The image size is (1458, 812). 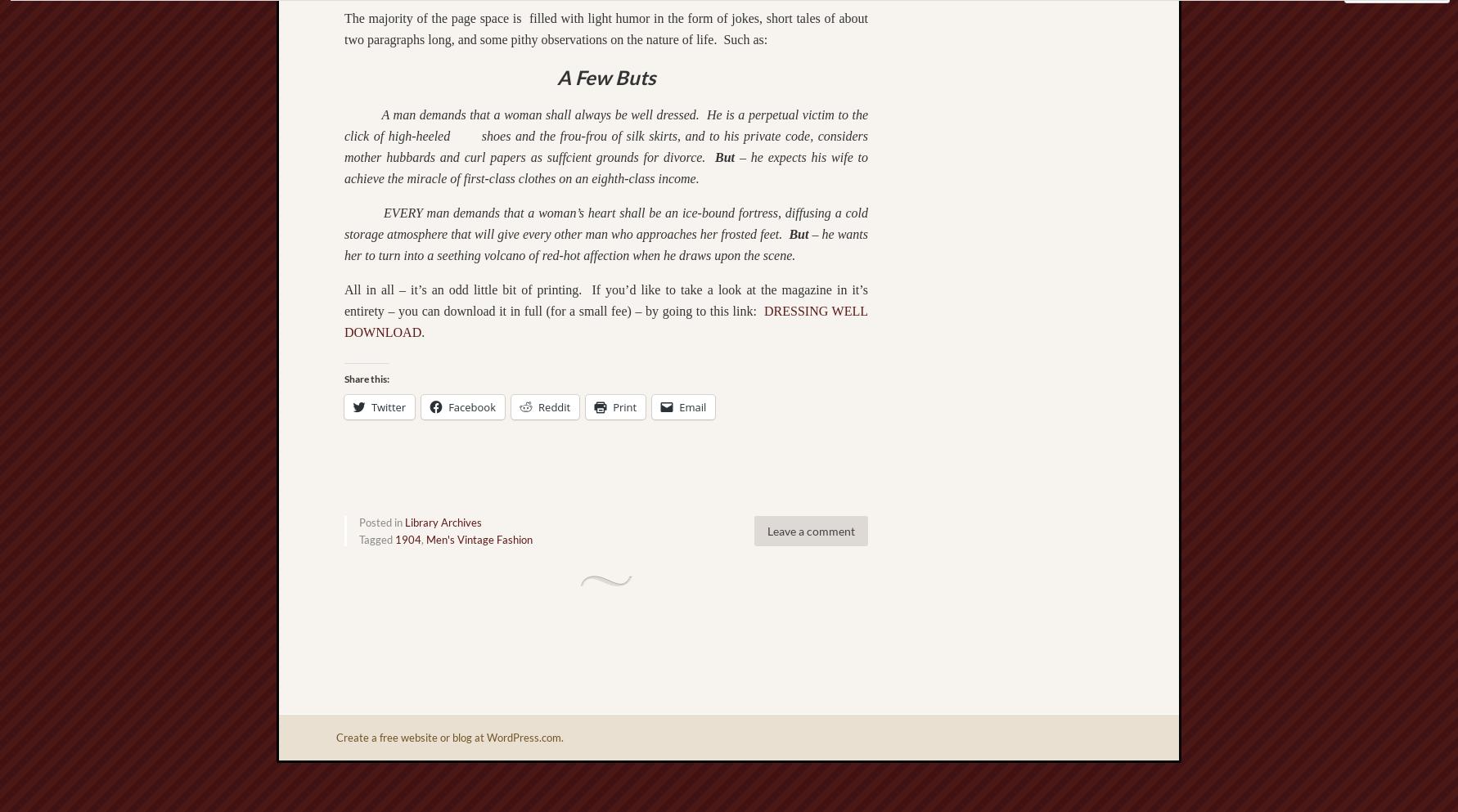 I want to click on 'Create a free website or blog at WordPress.com.', so click(x=335, y=737).